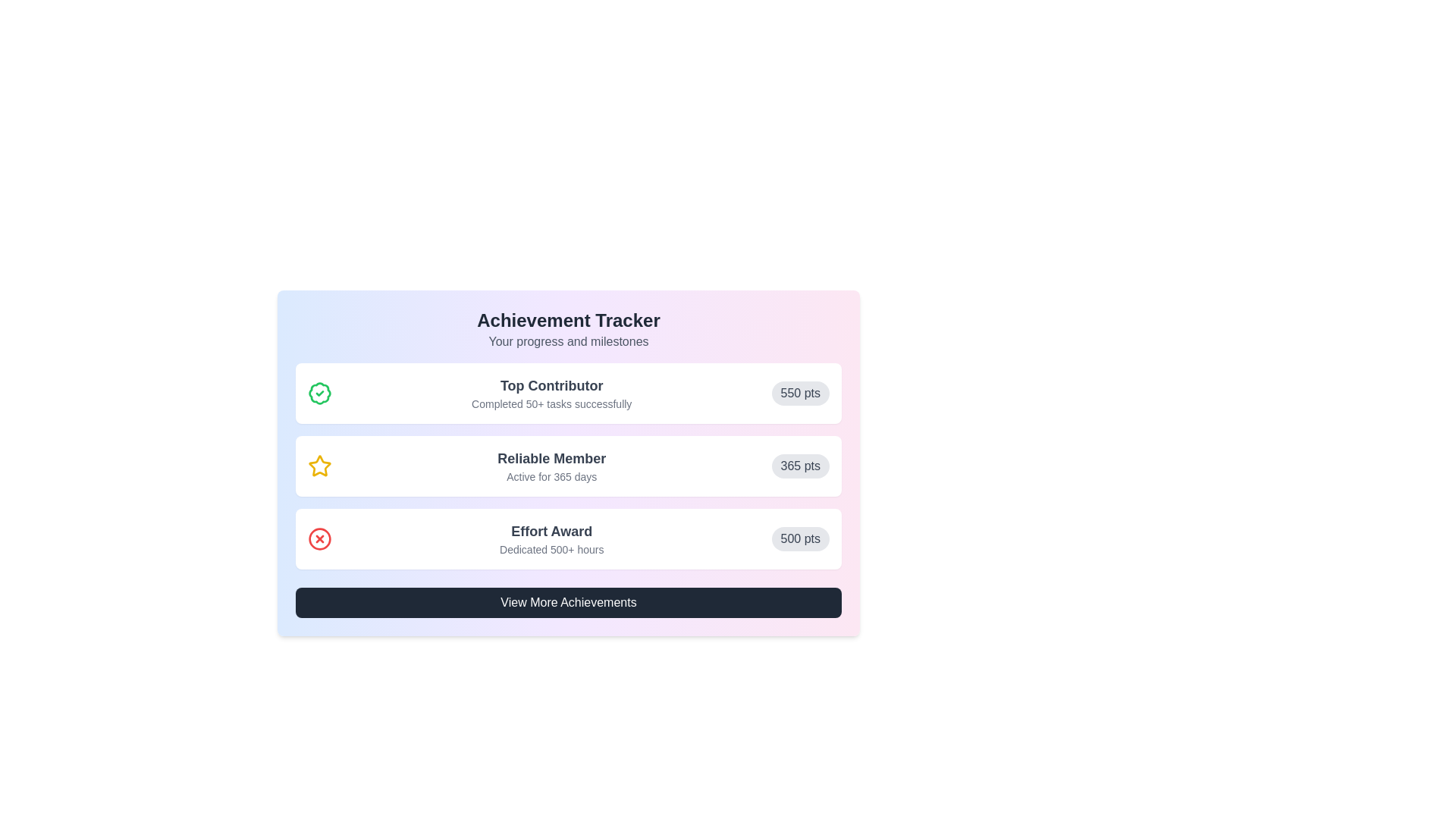 This screenshot has width=1456, height=819. I want to click on text from the 'Achievement Tracker' label, which is a bold header in dark gray color located at the top section of the achievement panel, so click(567, 320).